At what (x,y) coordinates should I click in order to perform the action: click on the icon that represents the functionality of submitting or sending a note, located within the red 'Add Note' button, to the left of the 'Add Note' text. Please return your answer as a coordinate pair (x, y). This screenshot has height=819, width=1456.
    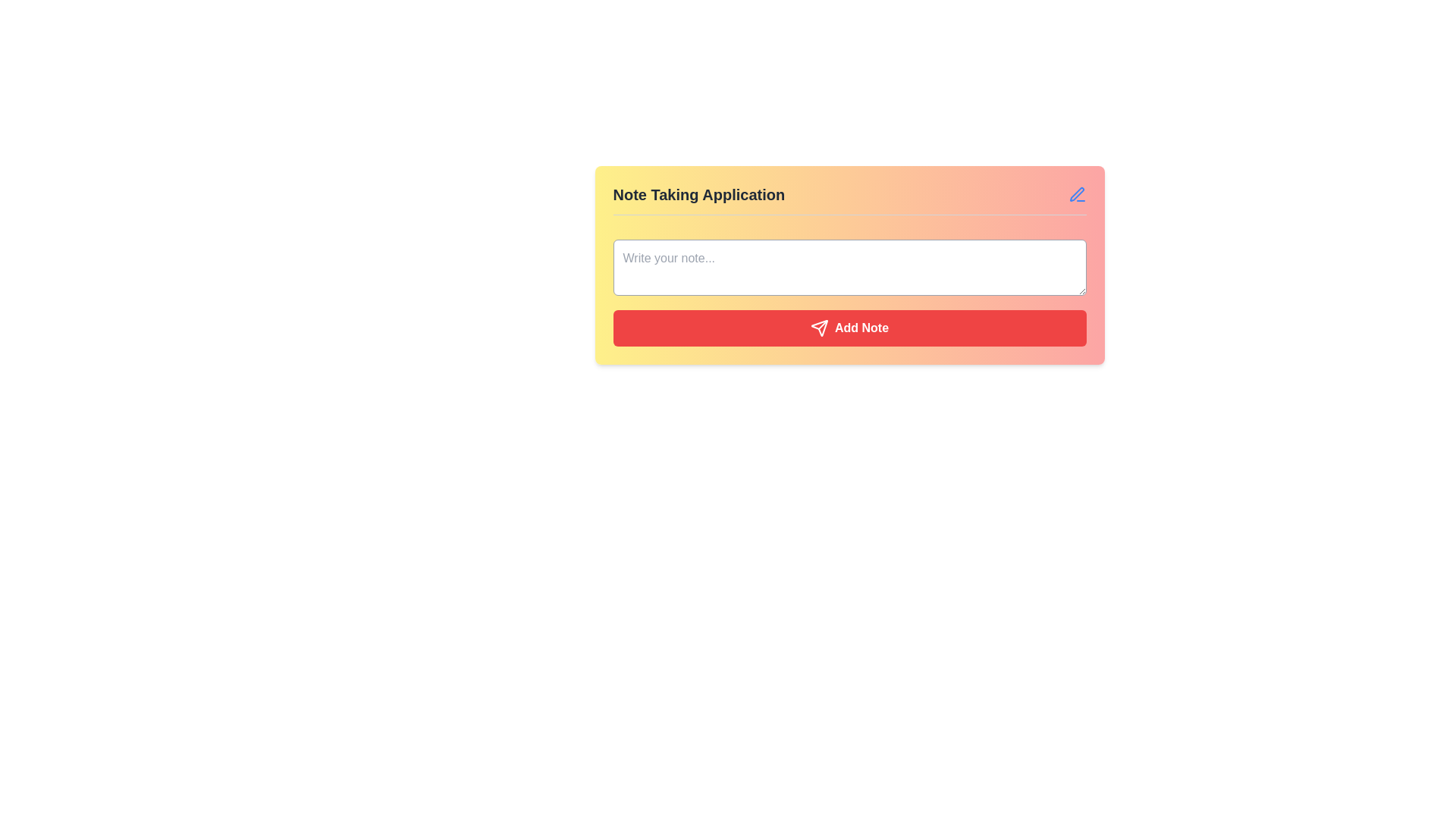
    Looking at the image, I should click on (818, 327).